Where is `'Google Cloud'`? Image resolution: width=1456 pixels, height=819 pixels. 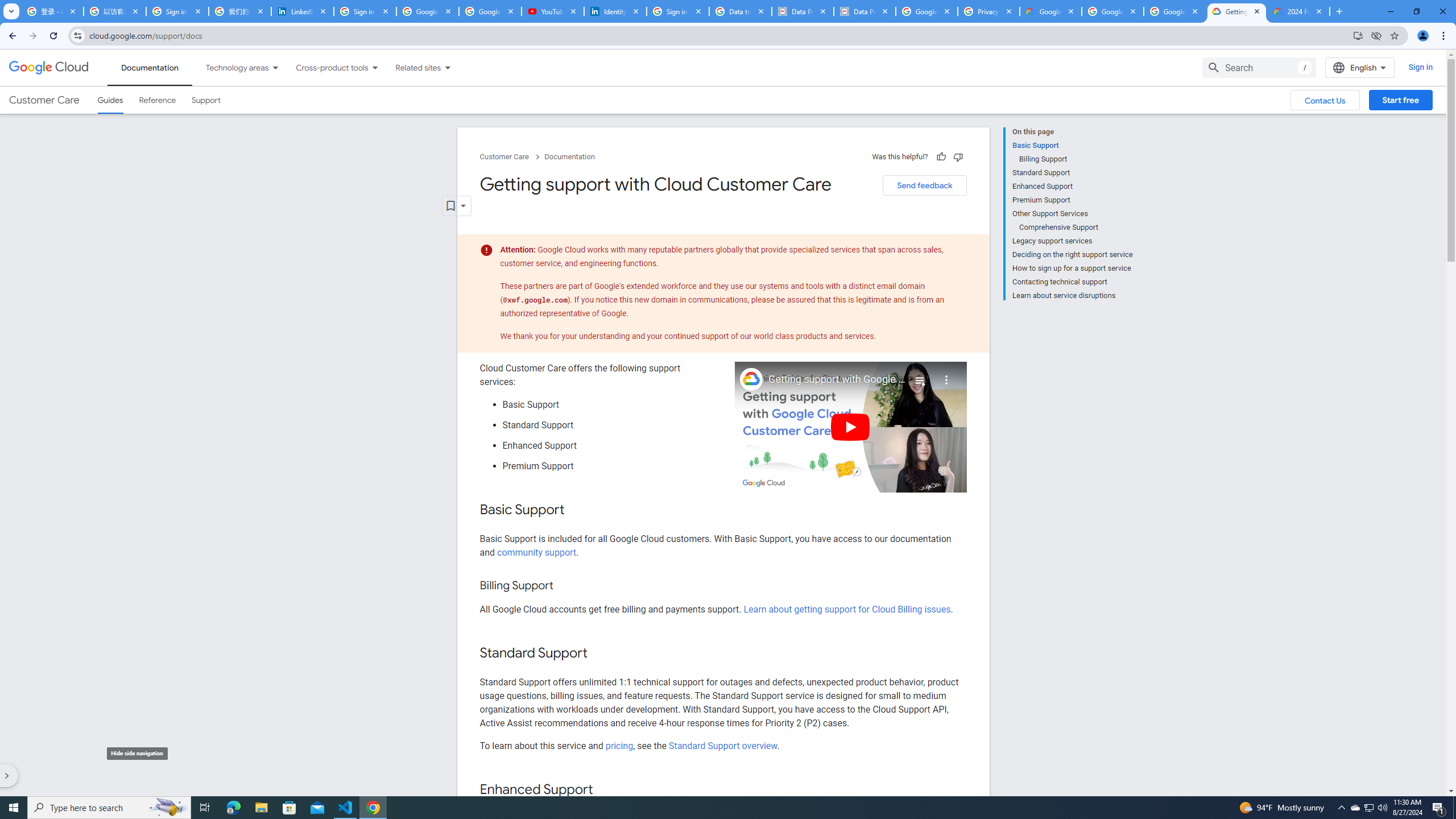
'Google Cloud' is located at coordinates (48, 67).